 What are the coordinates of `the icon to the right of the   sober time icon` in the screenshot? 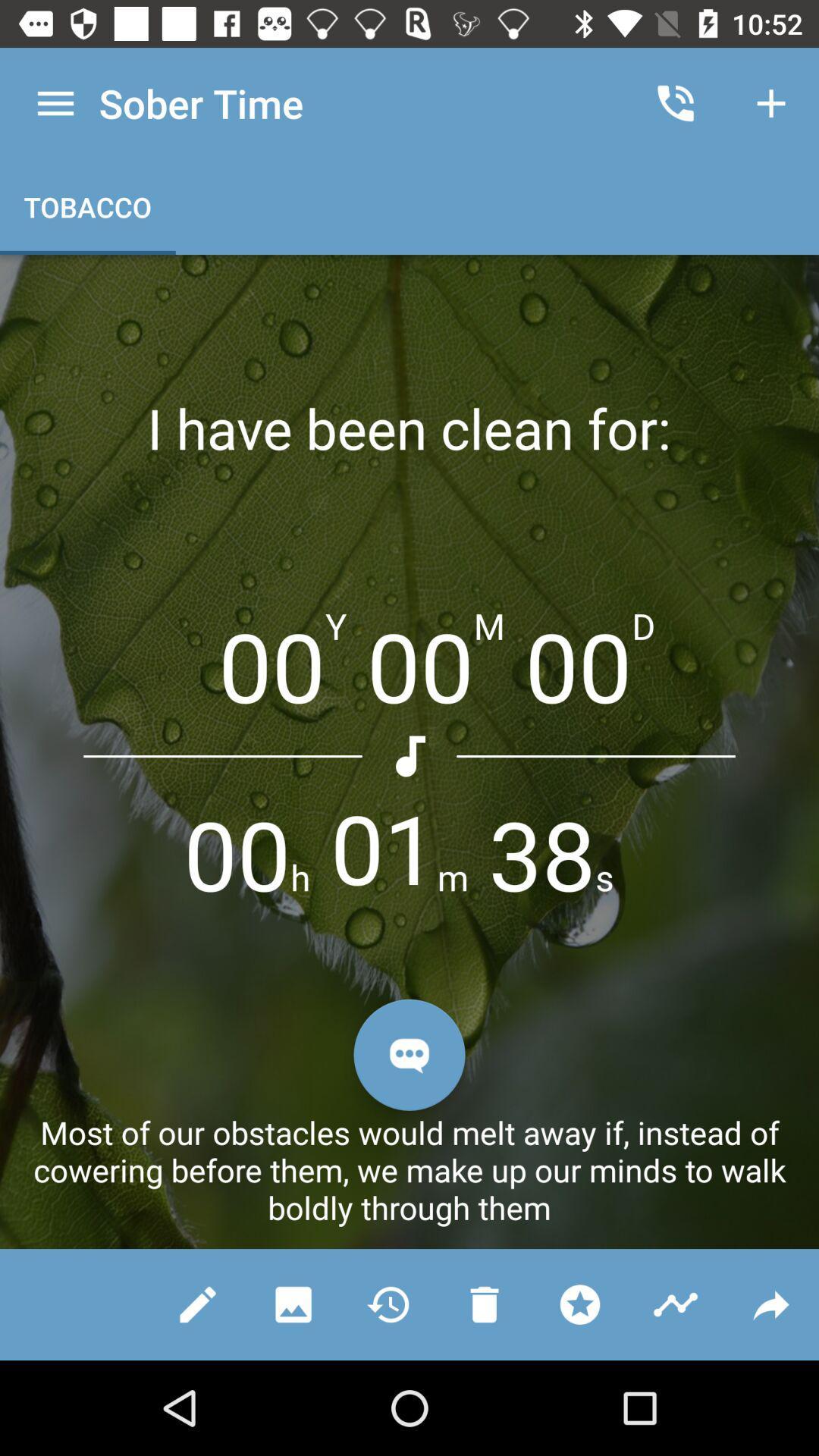 It's located at (675, 102).